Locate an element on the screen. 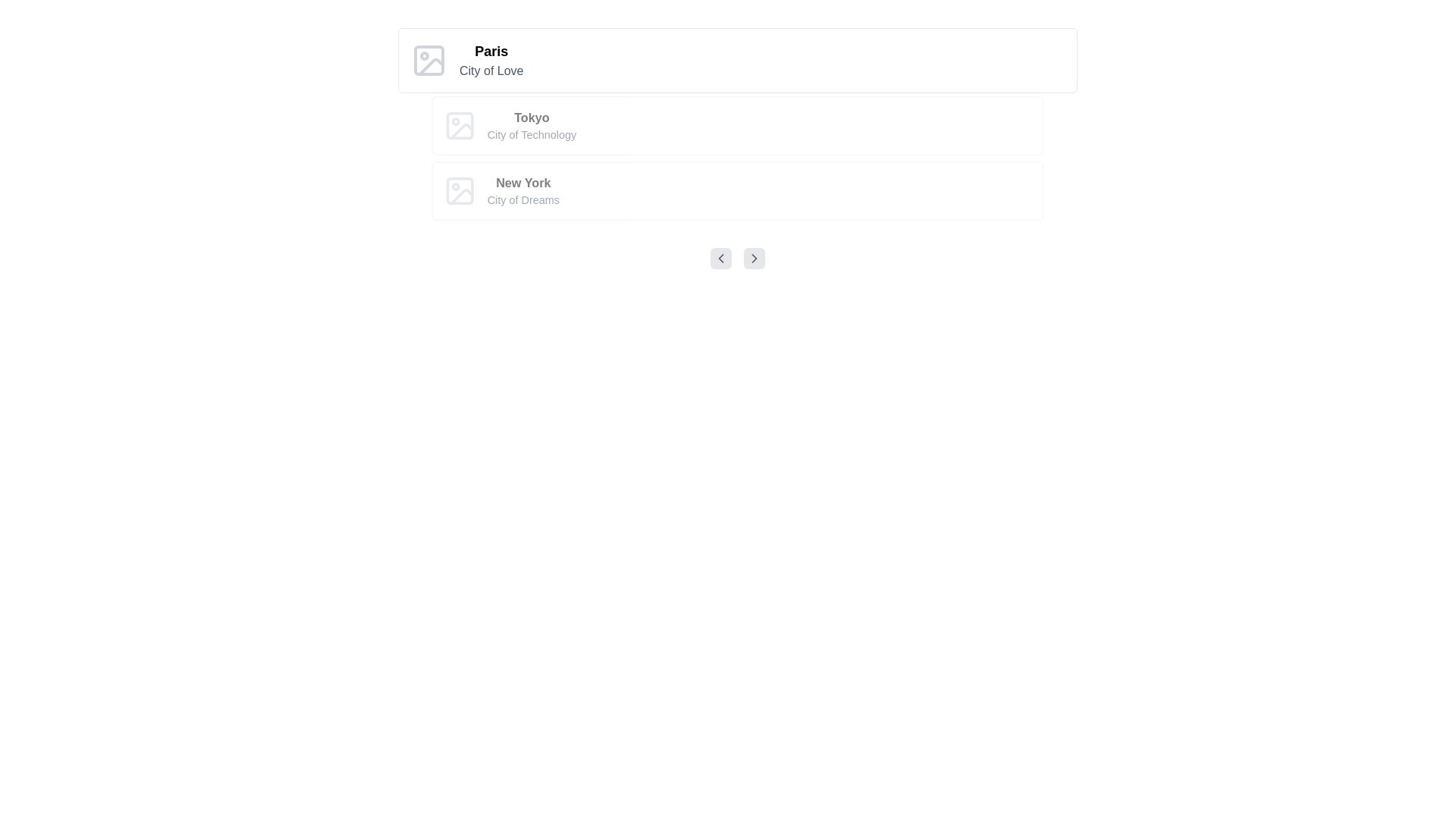 This screenshot has height=819, width=1456. the bold, large-font text displaying 'Paris' is located at coordinates (491, 51).